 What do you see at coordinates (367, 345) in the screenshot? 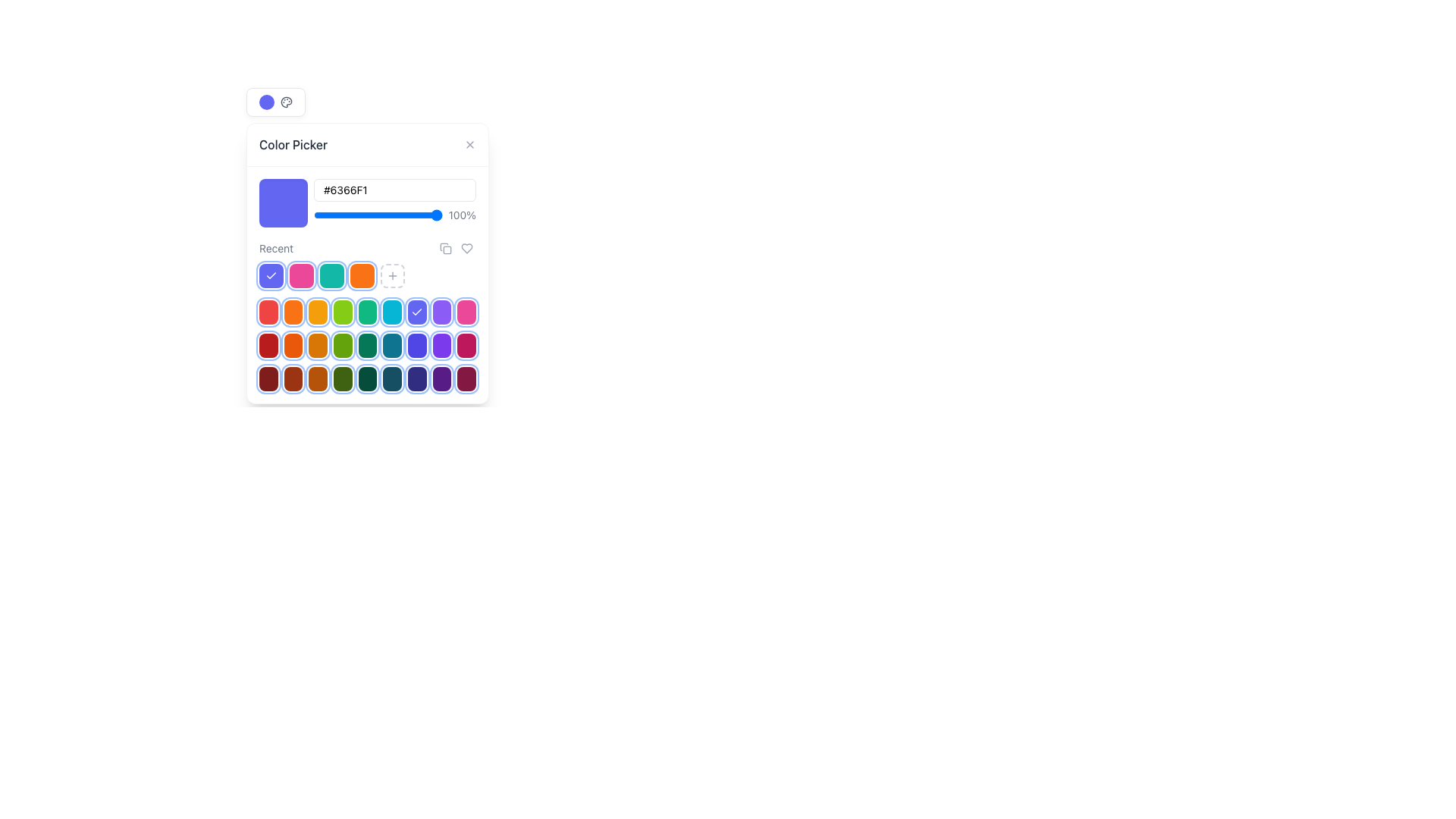
I see `the fifth color selection button in the color picker interface` at bounding box center [367, 345].